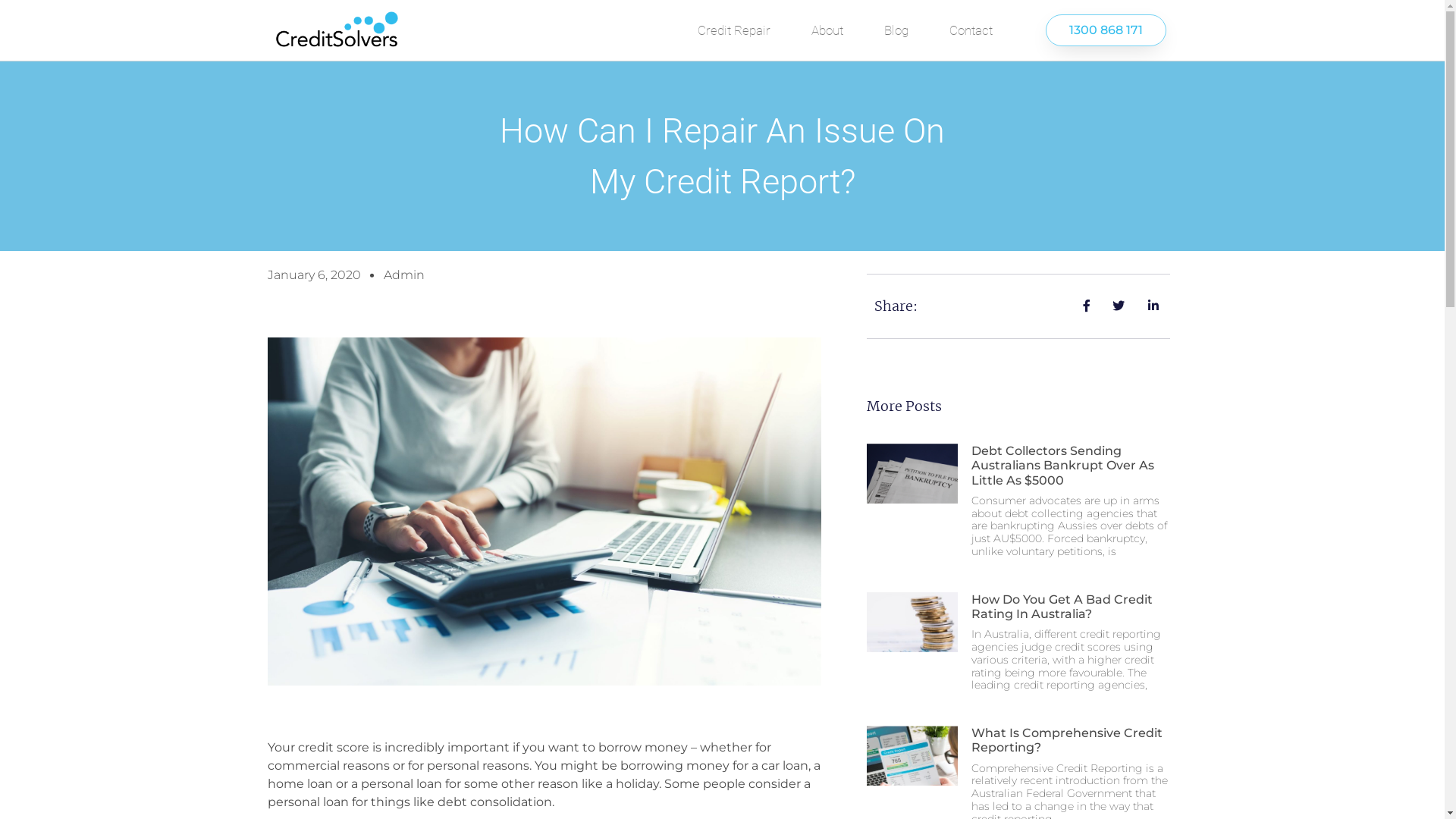 The image size is (1456, 819). Describe the element at coordinates (676, 30) in the screenshot. I see `'Credit Repair'` at that location.